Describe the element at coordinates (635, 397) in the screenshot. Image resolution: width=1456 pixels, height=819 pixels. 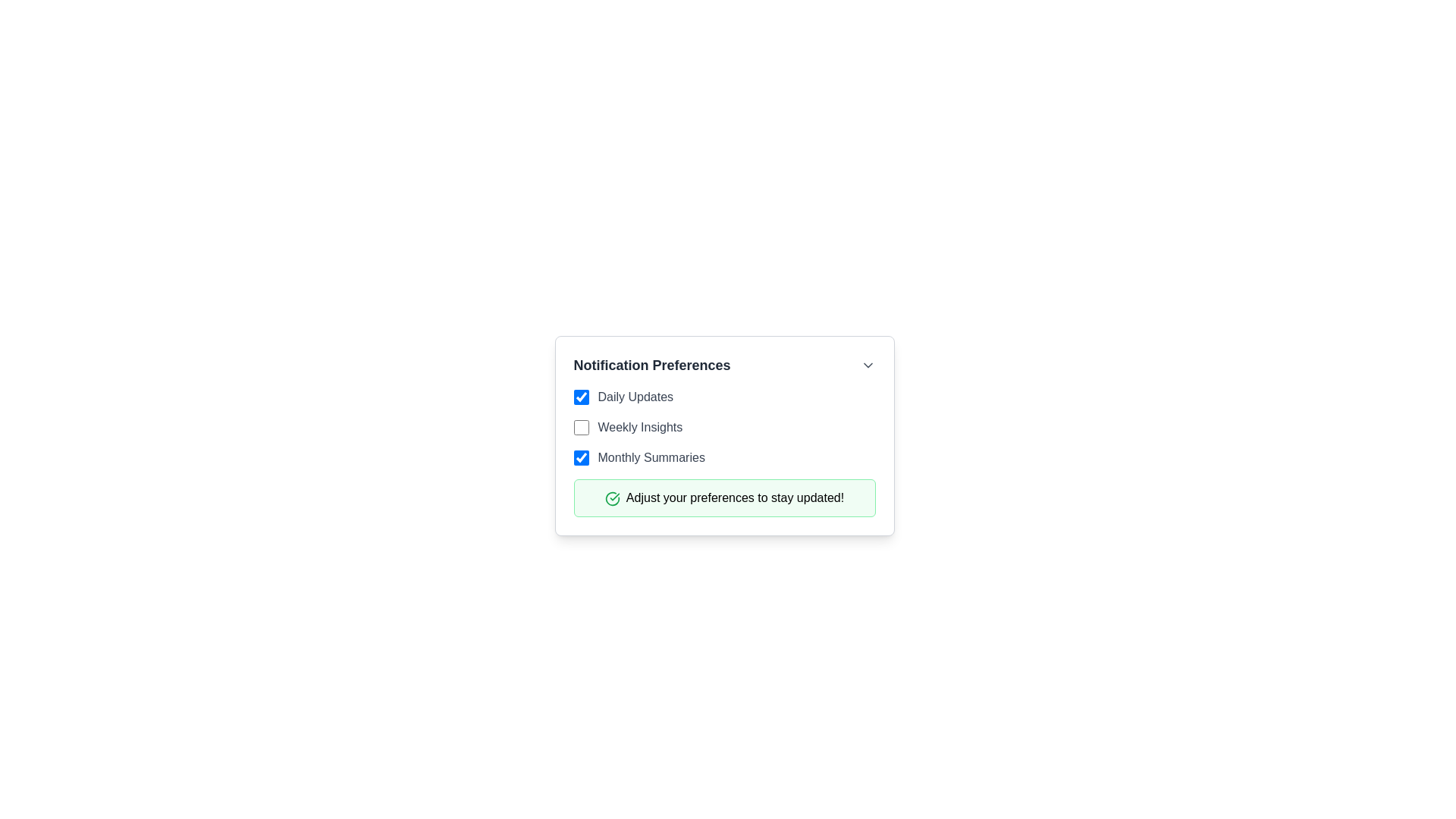
I see `text label describing the functionality of the checkbox for enabling or disabling 'Daily Updates' notifications, located in the 'Notification Preferences' section and positioned to the right of the first checkbox` at that location.